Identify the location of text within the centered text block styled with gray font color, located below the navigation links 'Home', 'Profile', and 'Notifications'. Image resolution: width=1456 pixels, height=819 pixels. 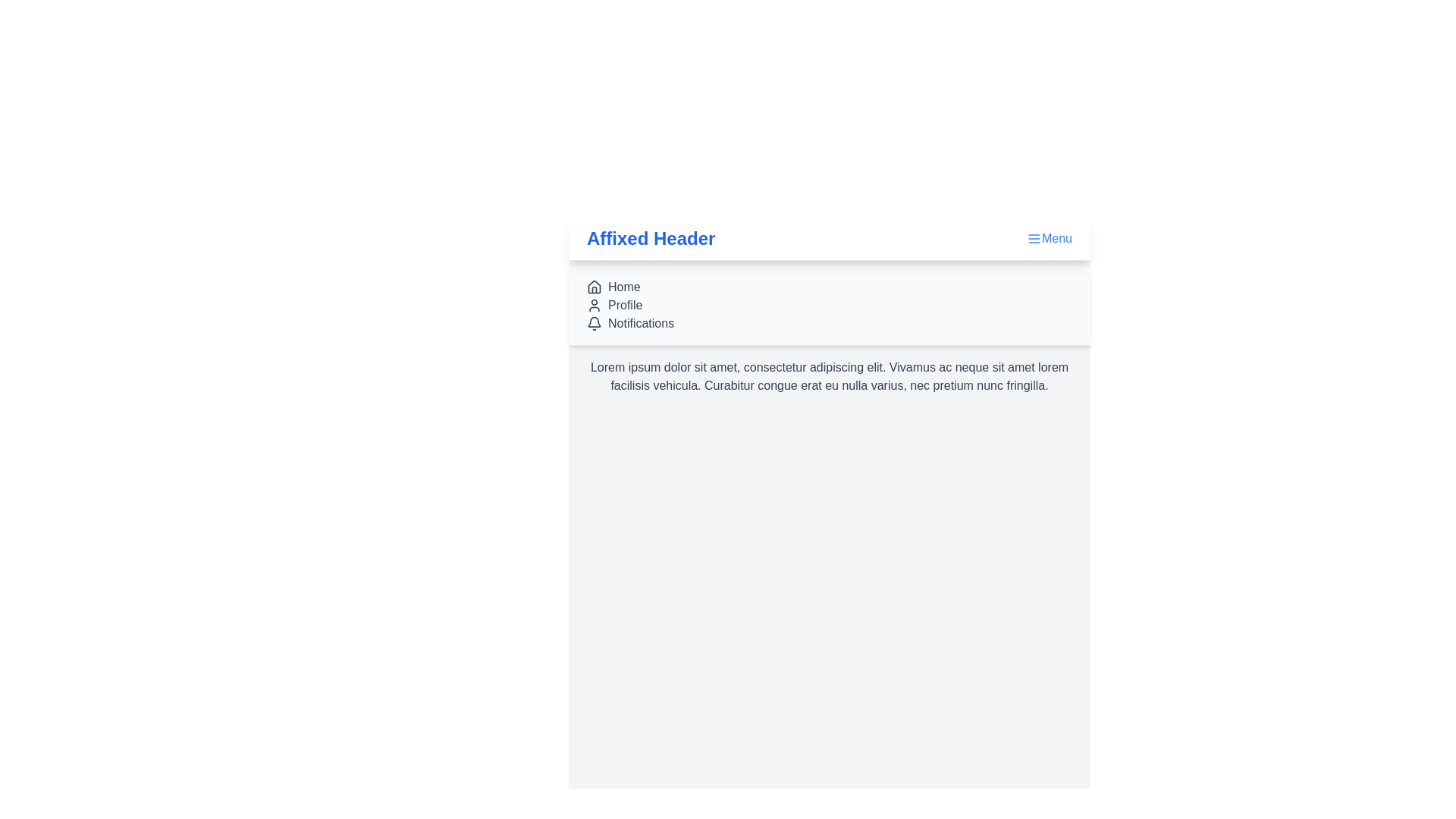
(829, 376).